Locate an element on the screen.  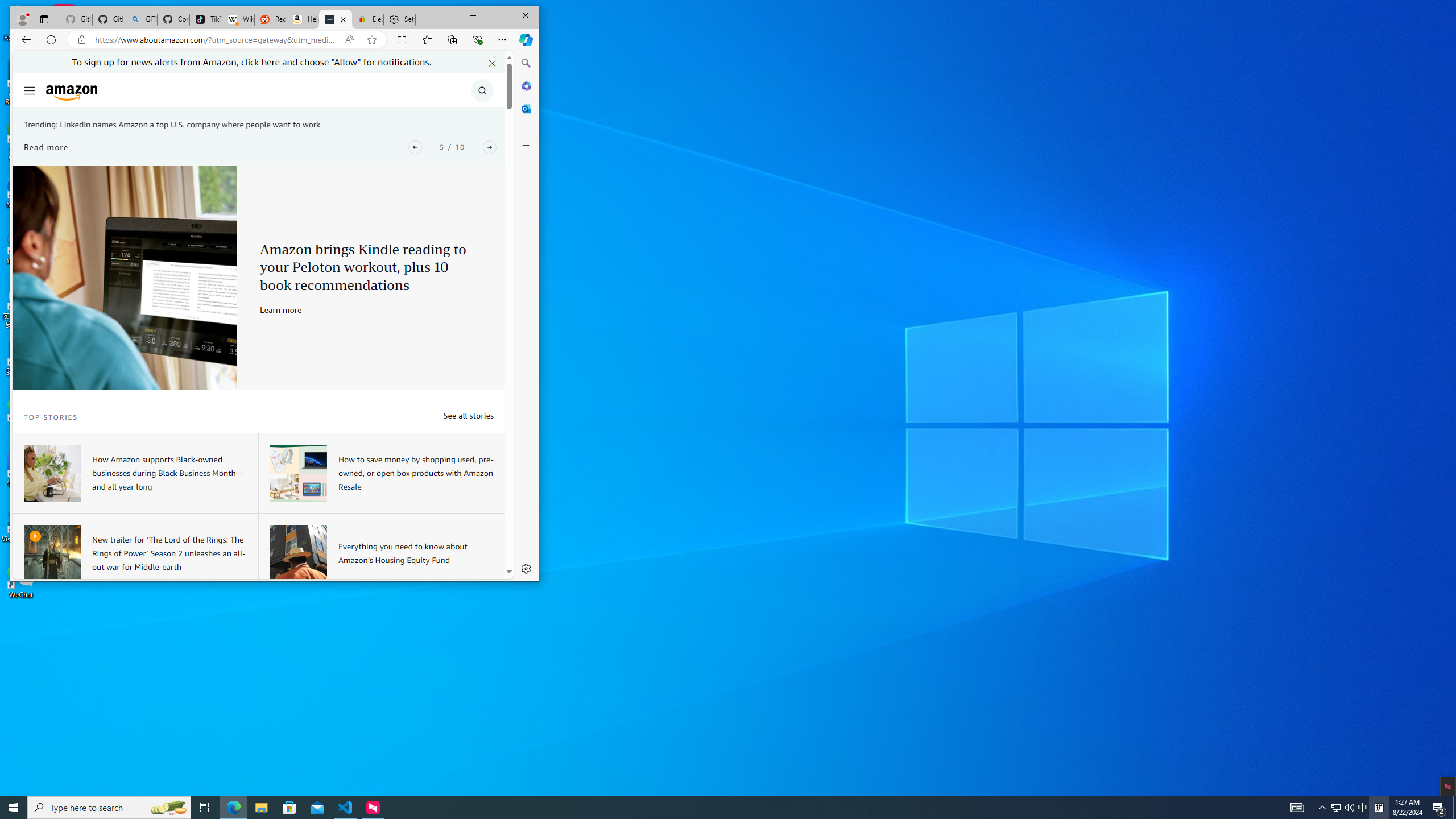
'User Promoted Notification Area' is located at coordinates (1342, 806).